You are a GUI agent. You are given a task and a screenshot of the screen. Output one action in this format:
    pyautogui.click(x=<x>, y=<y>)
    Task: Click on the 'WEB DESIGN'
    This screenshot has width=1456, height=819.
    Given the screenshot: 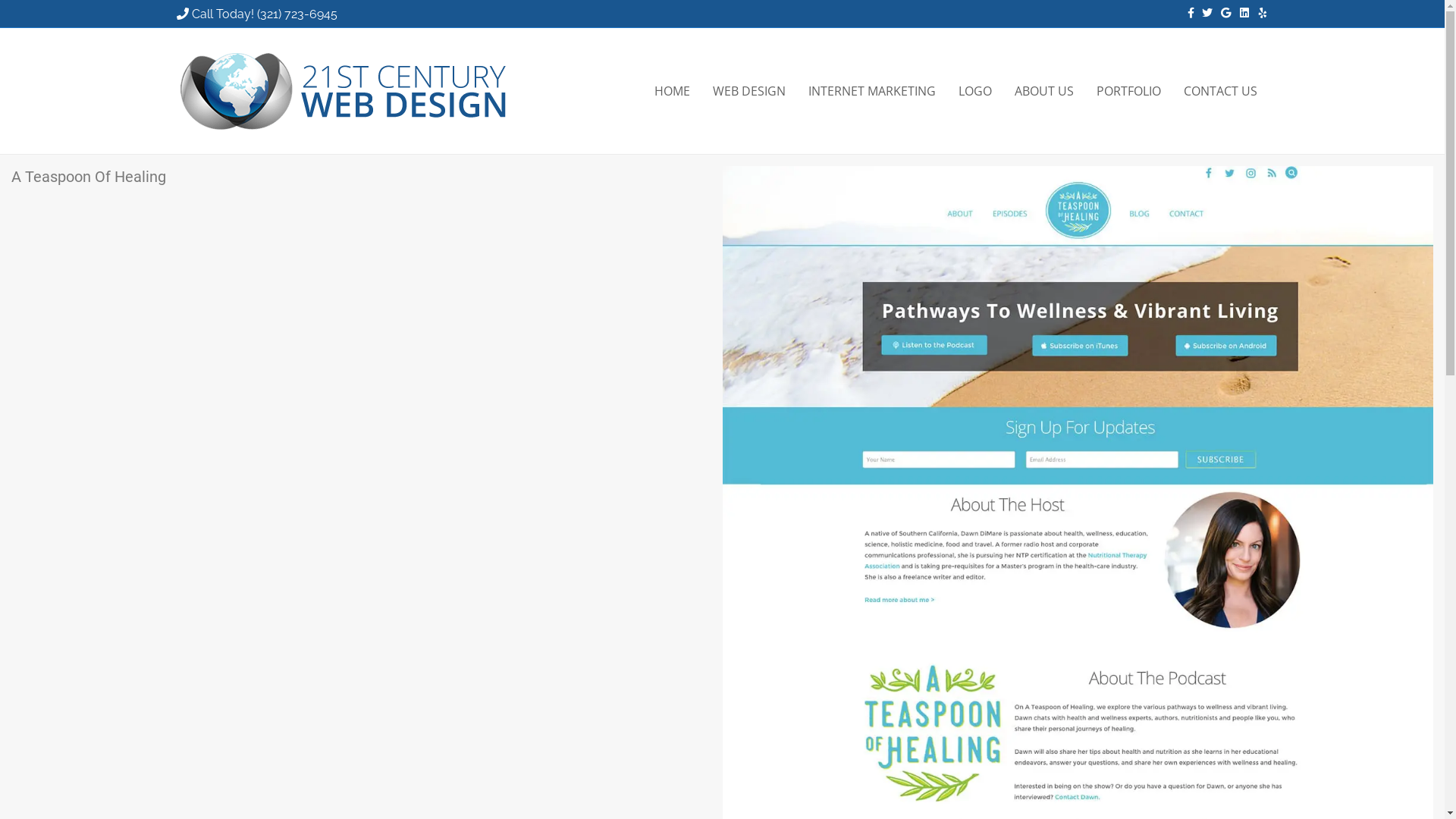 What is the action you would take?
    pyautogui.click(x=748, y=90)
    